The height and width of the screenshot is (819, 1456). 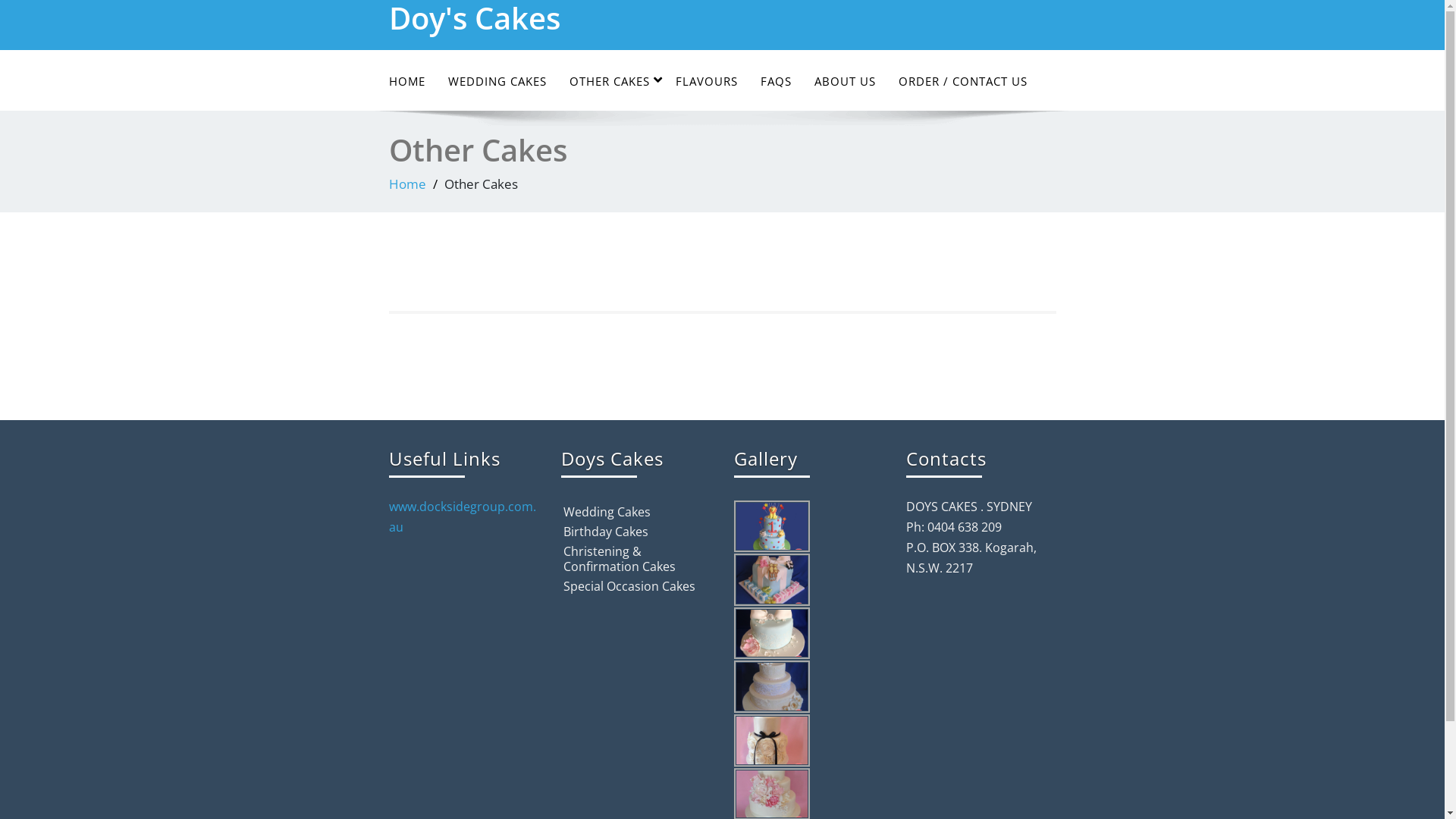 What do you see at coordinates (563, 585) in the screenshot?
I see `'Special Occasion Cakes'` at bounding box center [563, 585].